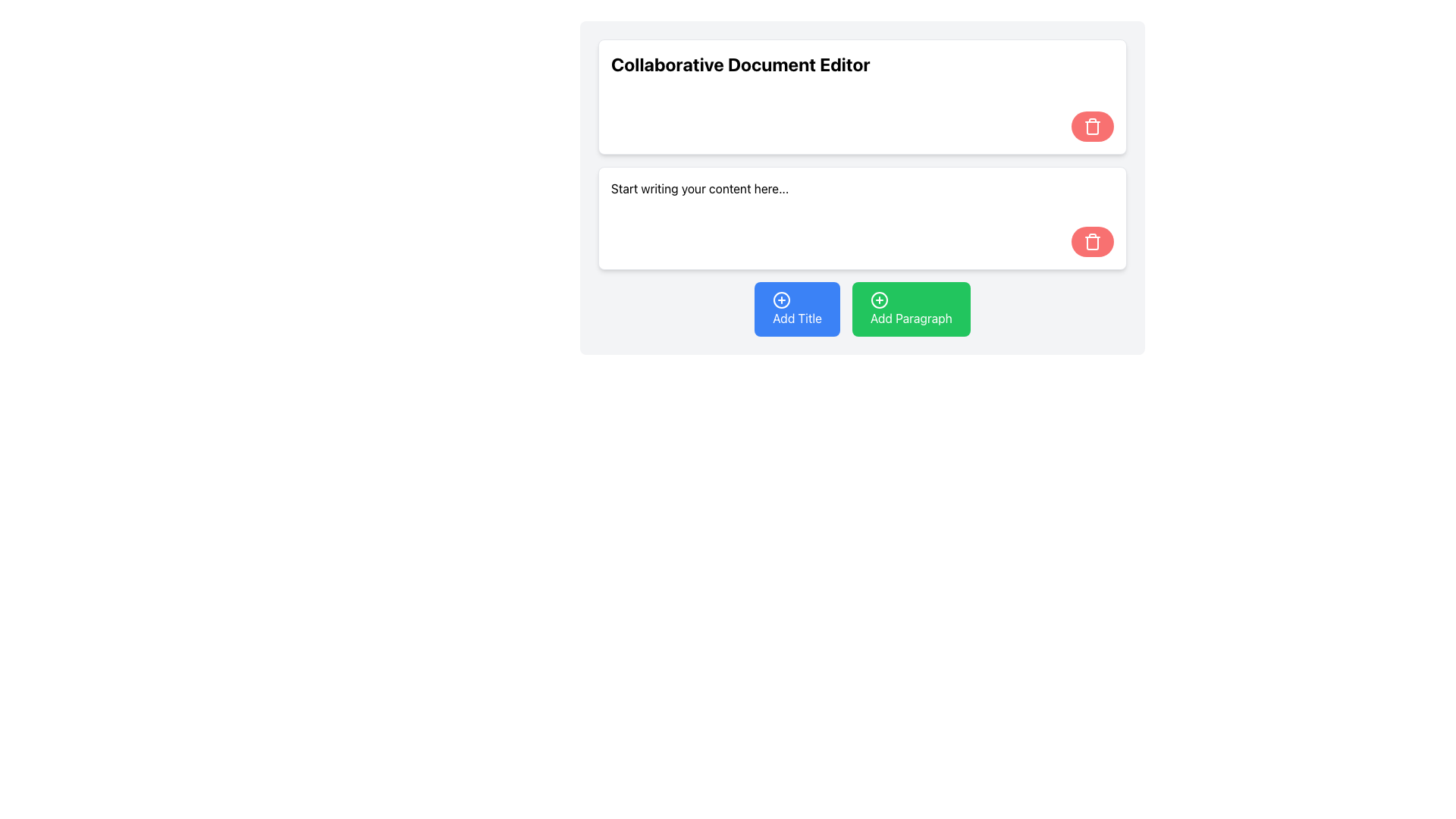 The height and width of the screenshot is (819, 1456). I want to click on the 'Collaborative Document Editor' text display element from its current position, so click(862, 76).